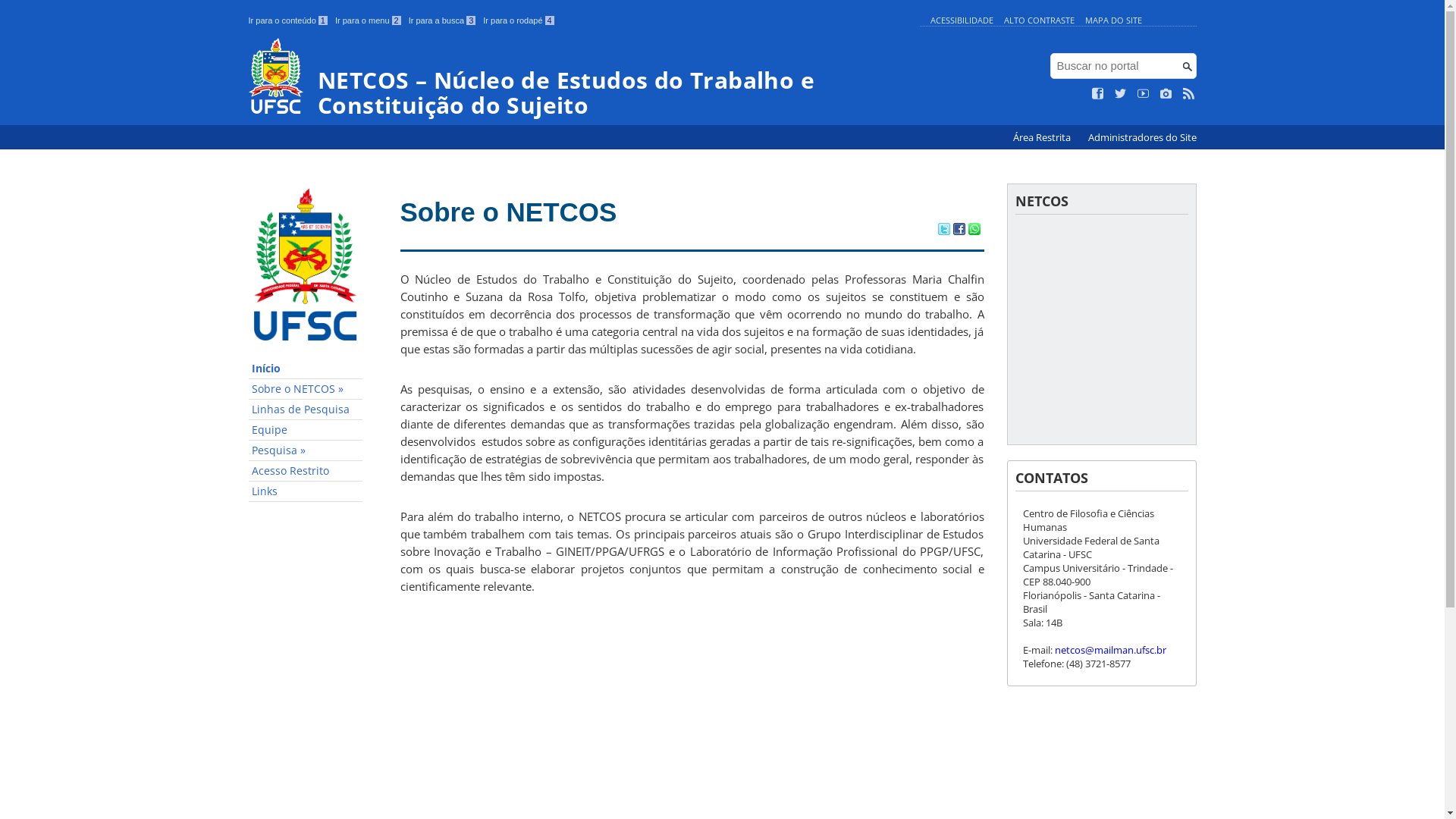  I want to click on 'Sobre o NETCOS', so click(509, 212).